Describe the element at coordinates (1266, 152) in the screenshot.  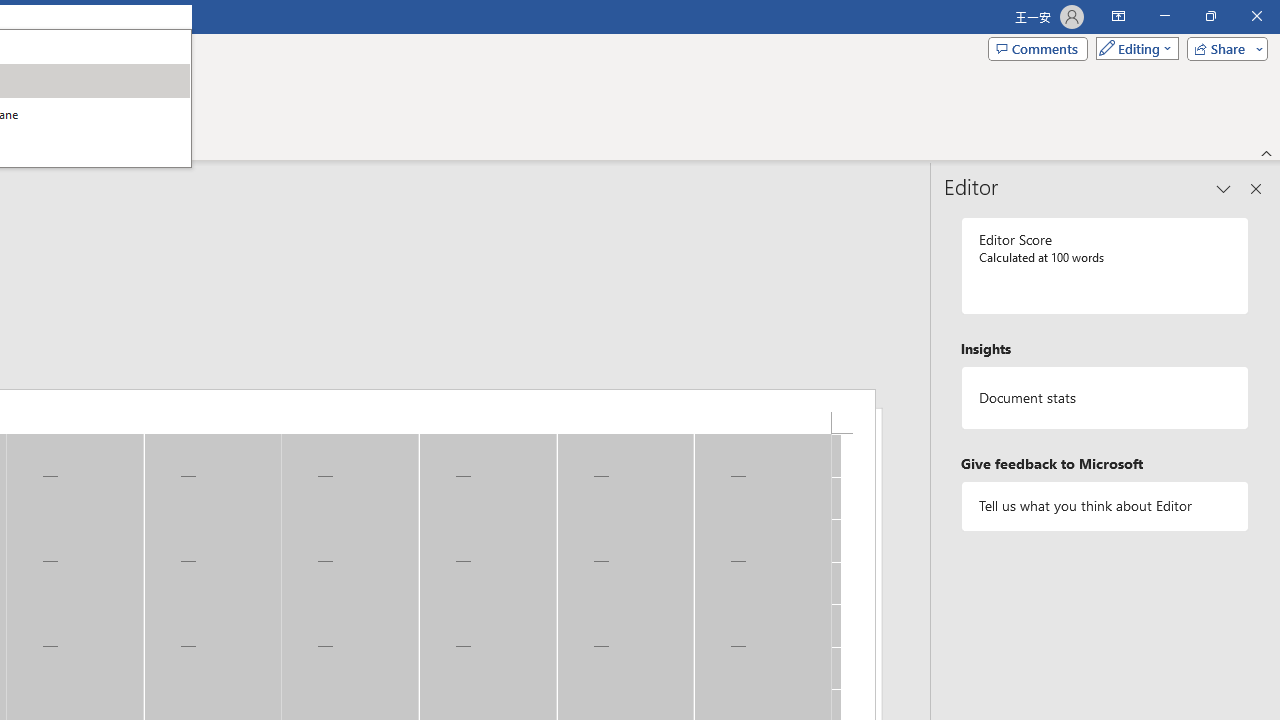
I see `'Collapse the Ribbon'` at that location.